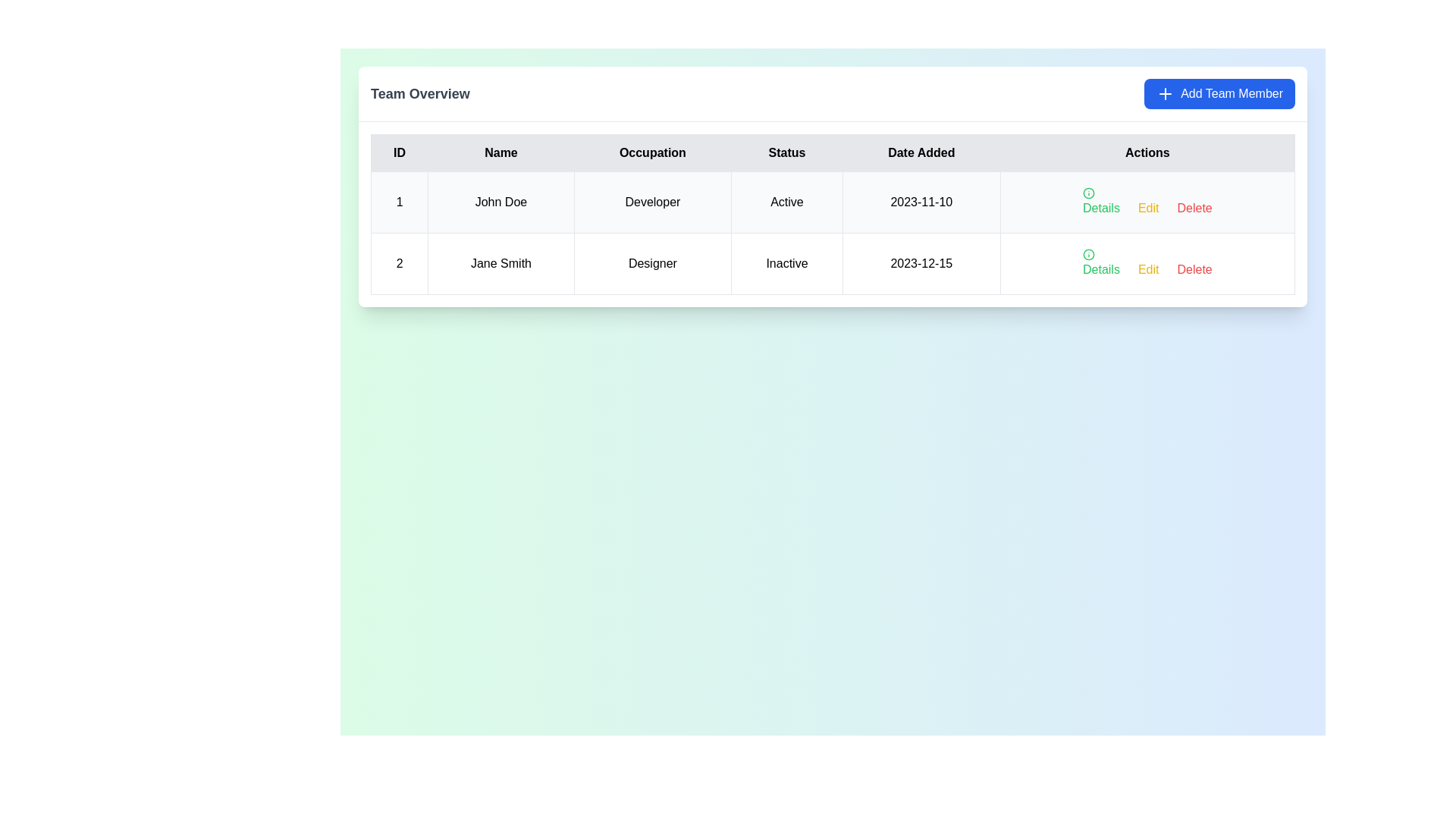 This screenshot has height=819, width=1456. Describe the element at coordinates (921, 262) in the screenshot. I see `the read-only Text label displaying the date '2023-12-15' associated with the entry for 'Jane Smith' in the second row of the table's 'Date Added' column` at that location.